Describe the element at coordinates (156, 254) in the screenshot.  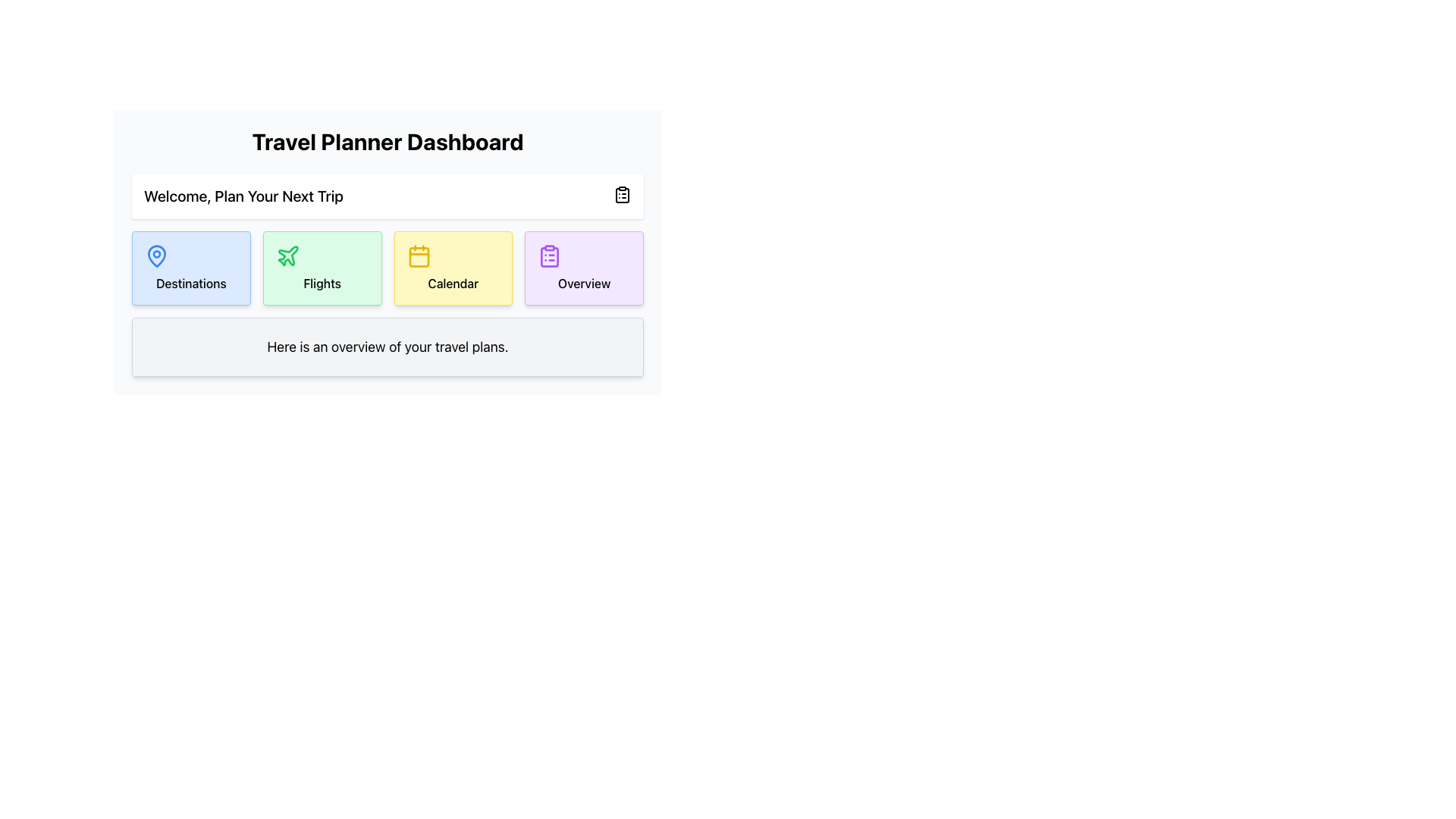
I see `the pin marker icon within the blue square card labeled 'Destinations'` at that location.